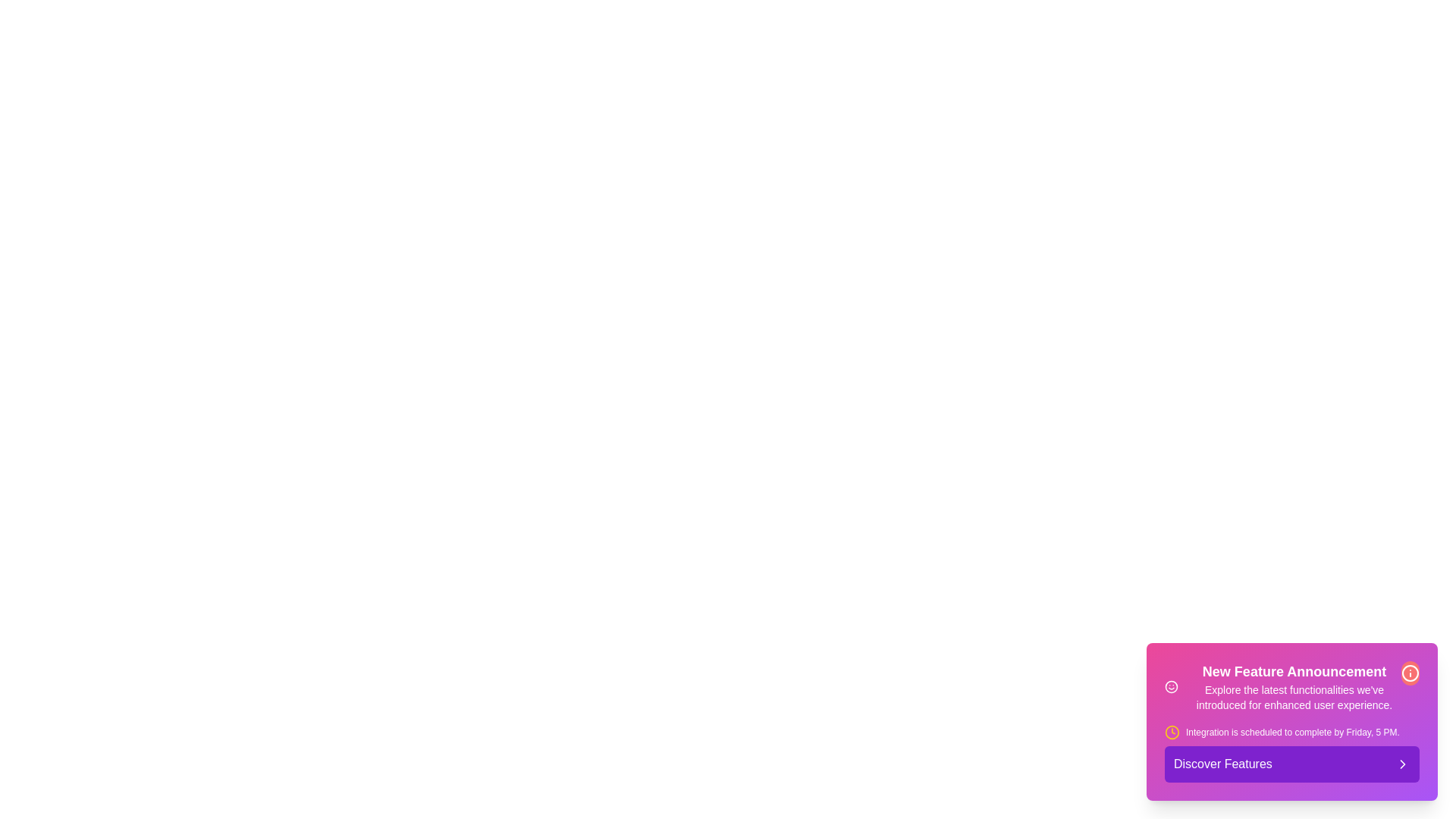  What do you see at coordinates (1291, 764) in the screenshot?
I see `the 'Discover Features' button to trigger the action` at bounding box center [1291, 764].